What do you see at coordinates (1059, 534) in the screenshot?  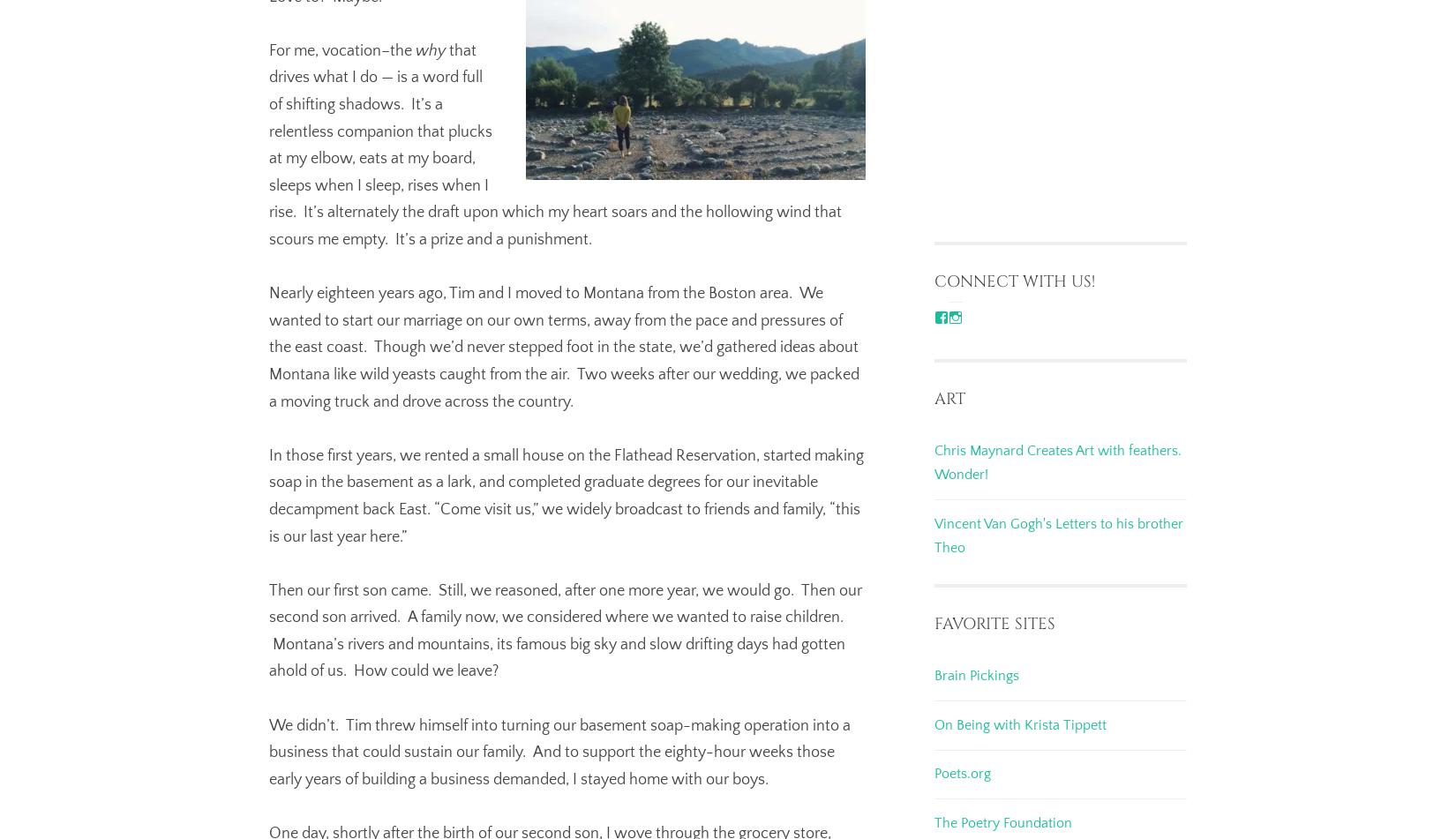 I see `'Vincent Van Gogh's Letters to his brother Theo'` at bounding box center [1059, 534].